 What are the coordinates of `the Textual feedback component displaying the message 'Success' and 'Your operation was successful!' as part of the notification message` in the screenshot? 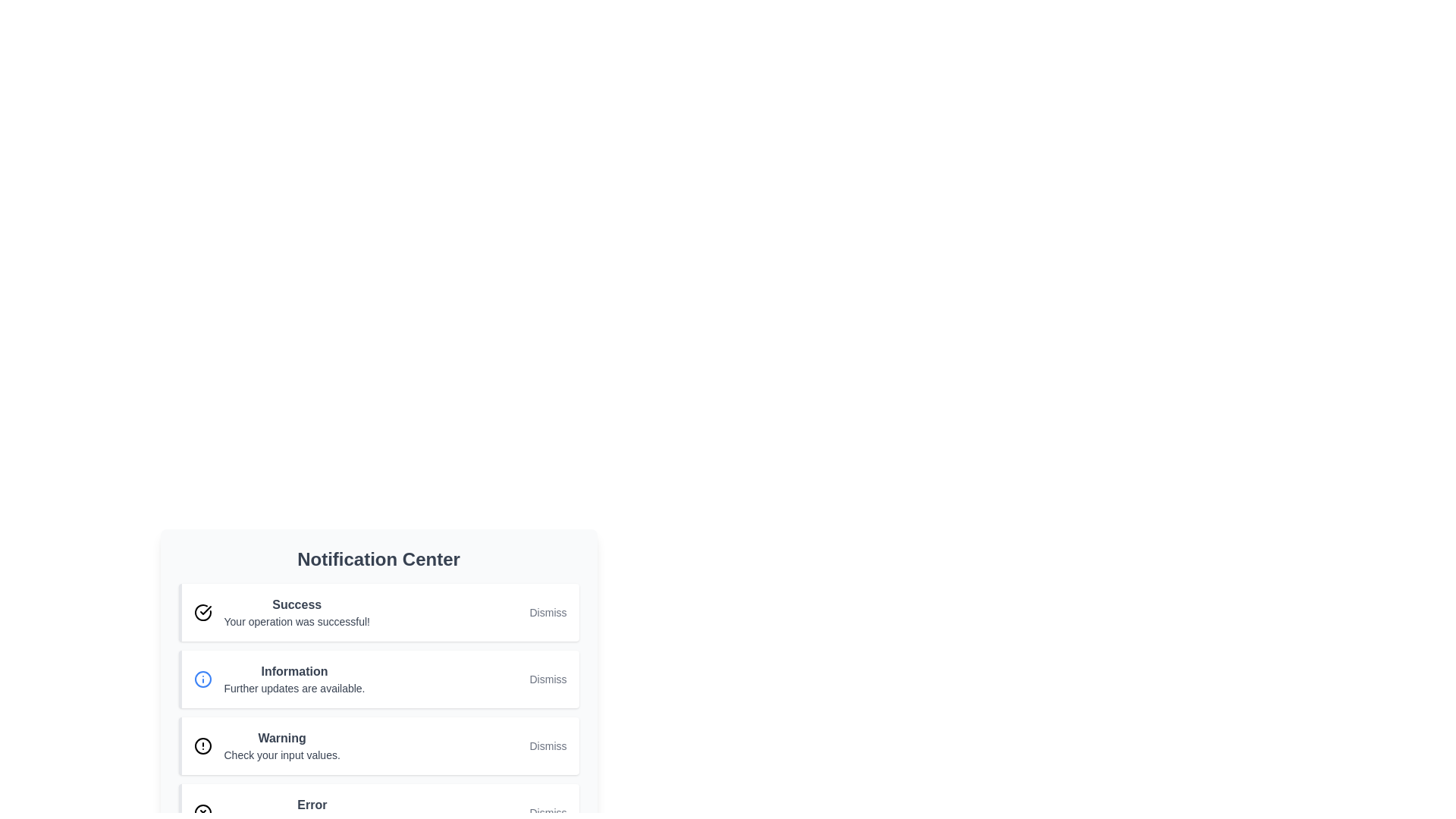 It's located at (297, 611).